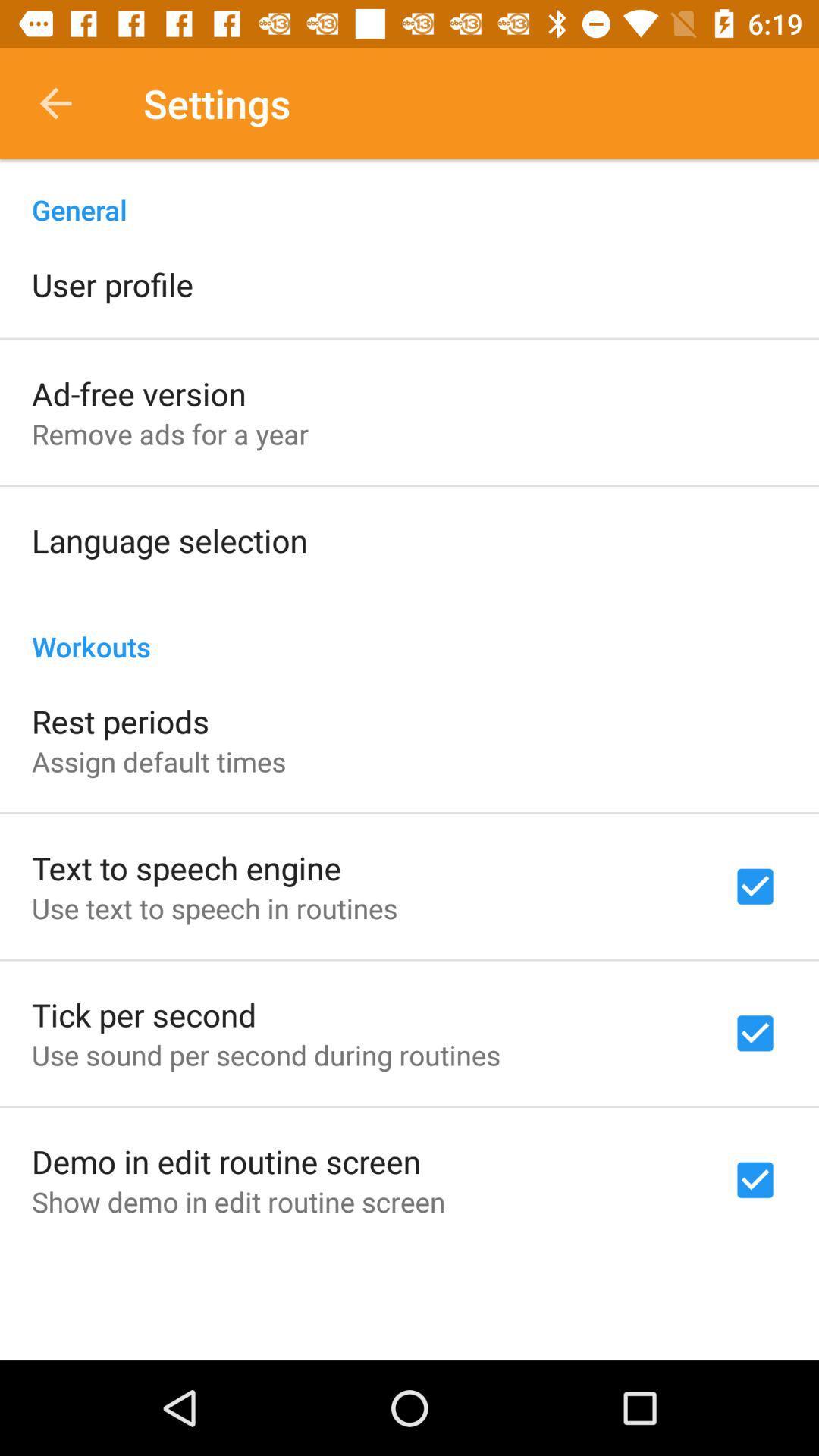  Describe the element at coordinates (169, 540) in the screenshot. I see `the language selection` at that location.